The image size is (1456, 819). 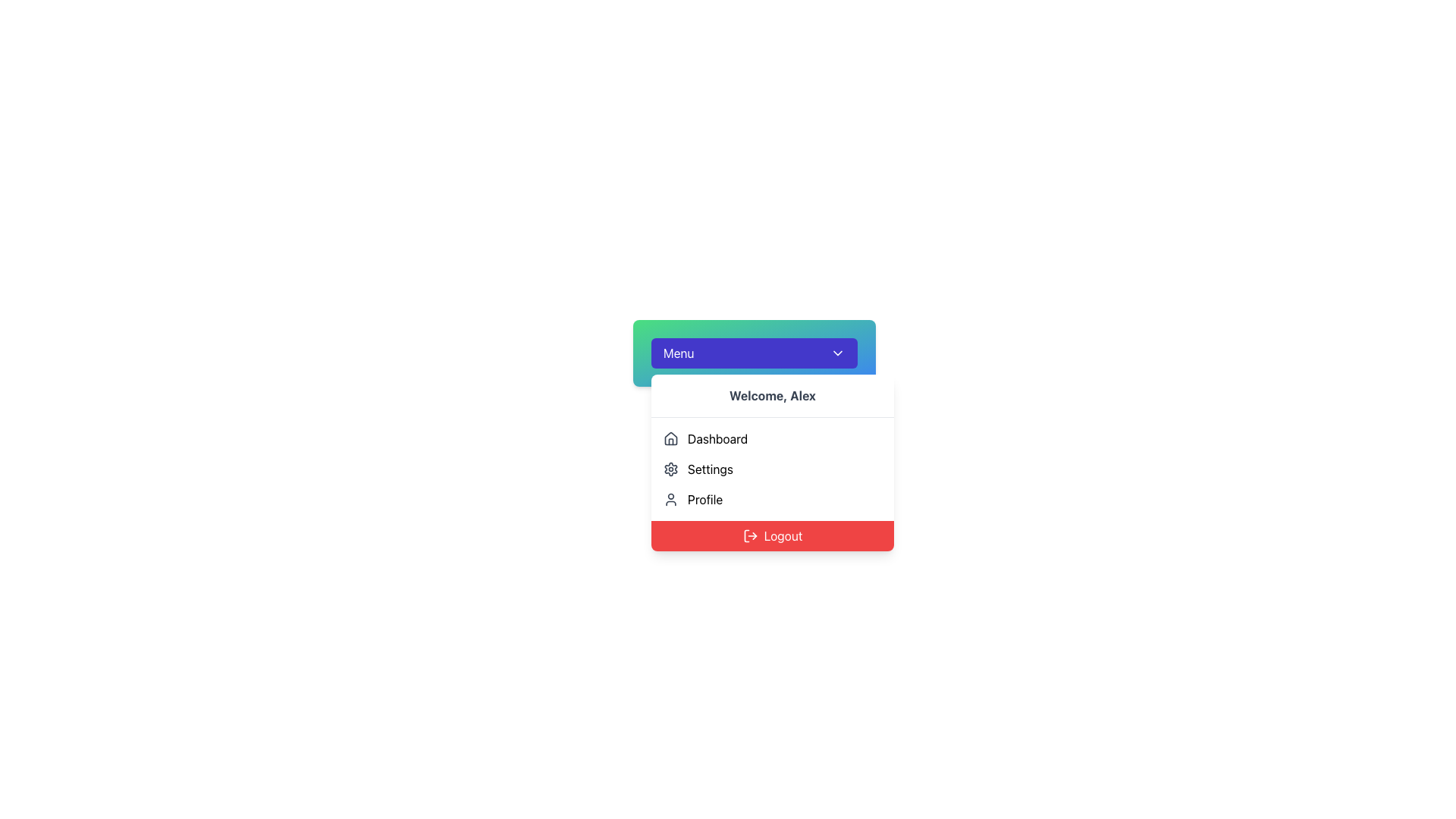 I want to click on the home icon located to the left of the 'Dashboard' text in the navigation menu, so click(x=670, y=438).